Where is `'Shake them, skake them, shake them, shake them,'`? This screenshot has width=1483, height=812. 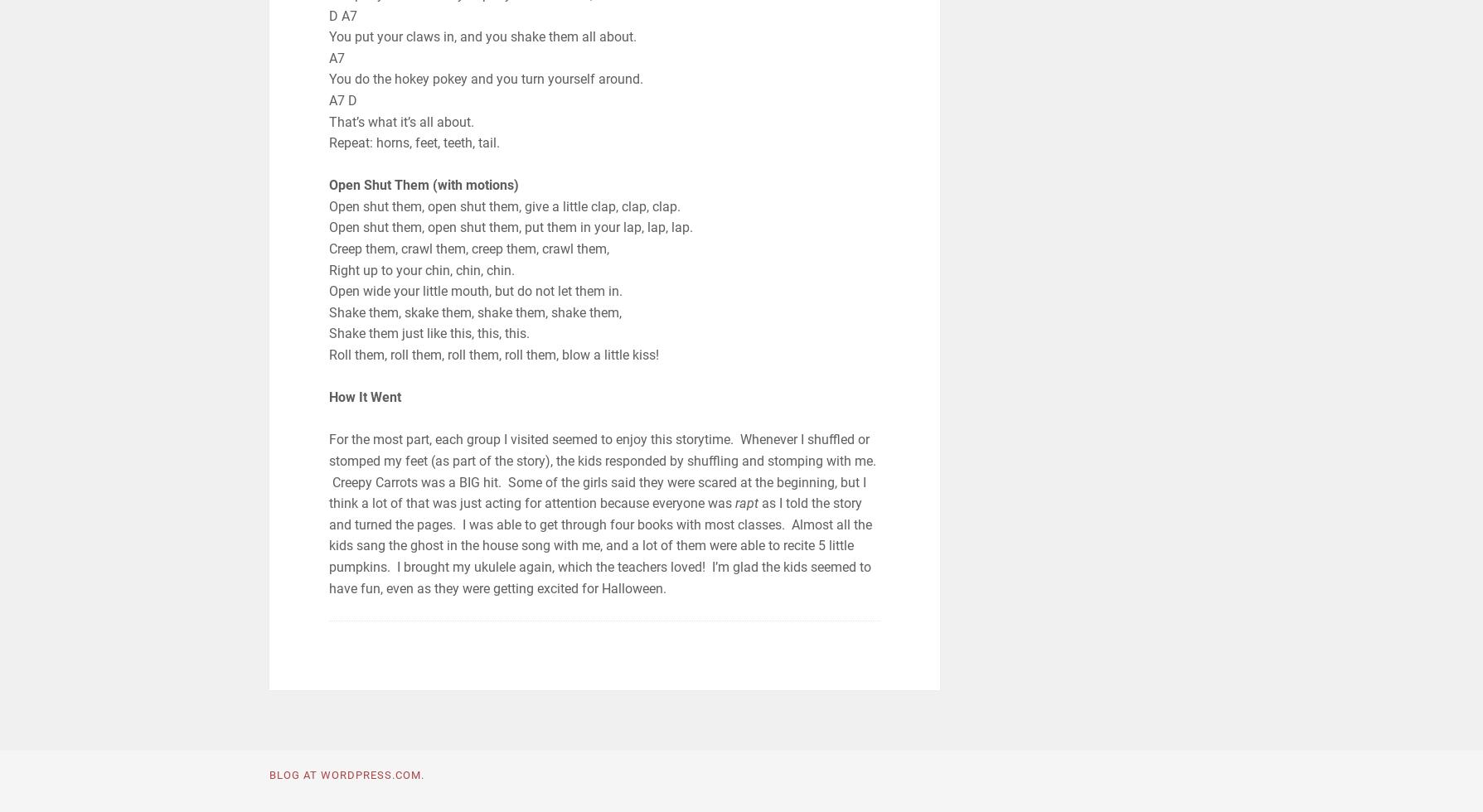 'Shake them, skake them, shake them, shake them,' is located at coordinates (473, 312).